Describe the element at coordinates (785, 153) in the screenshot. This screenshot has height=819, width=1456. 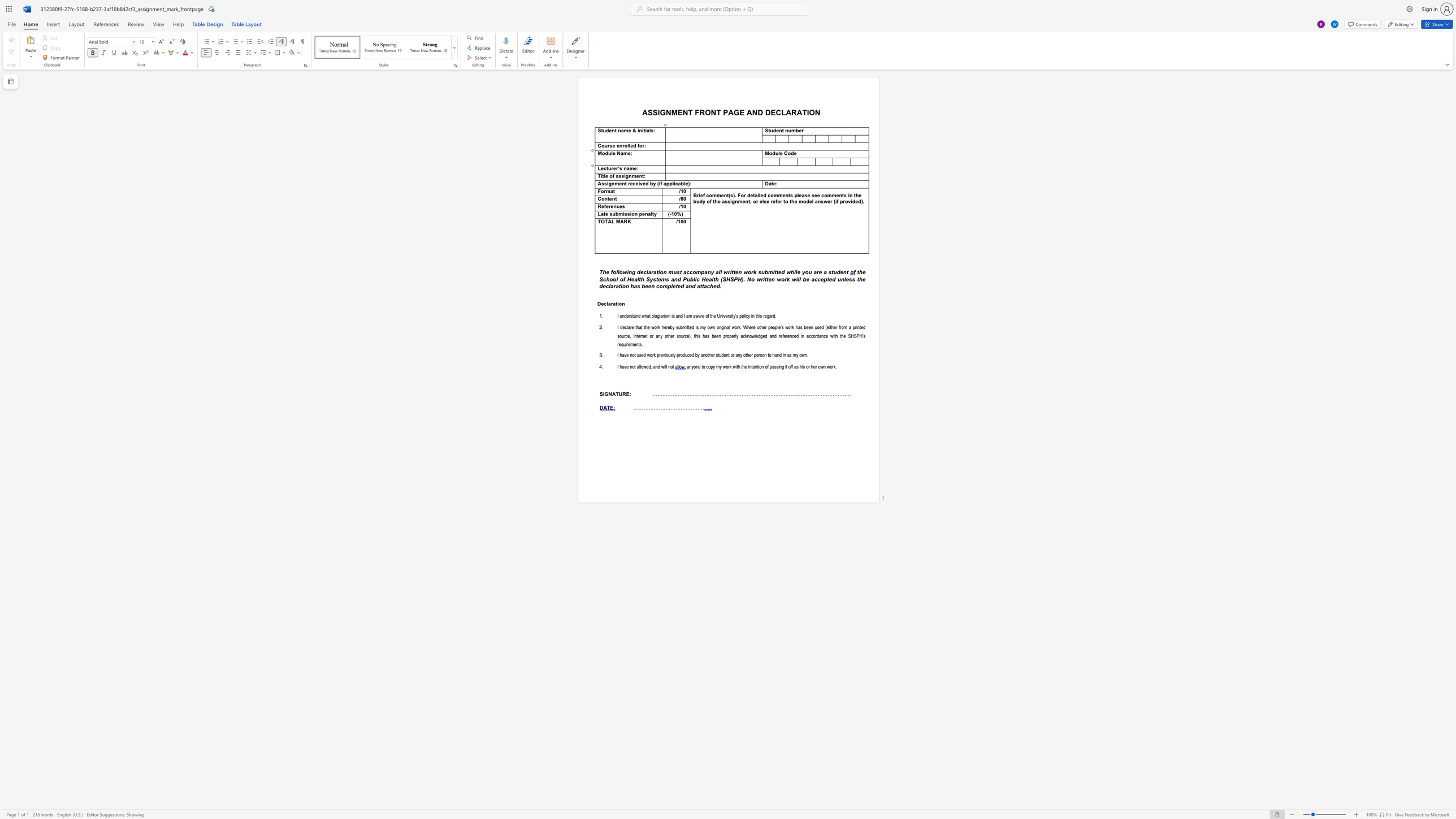
I see `the 1th character "C" in the text` at that location.